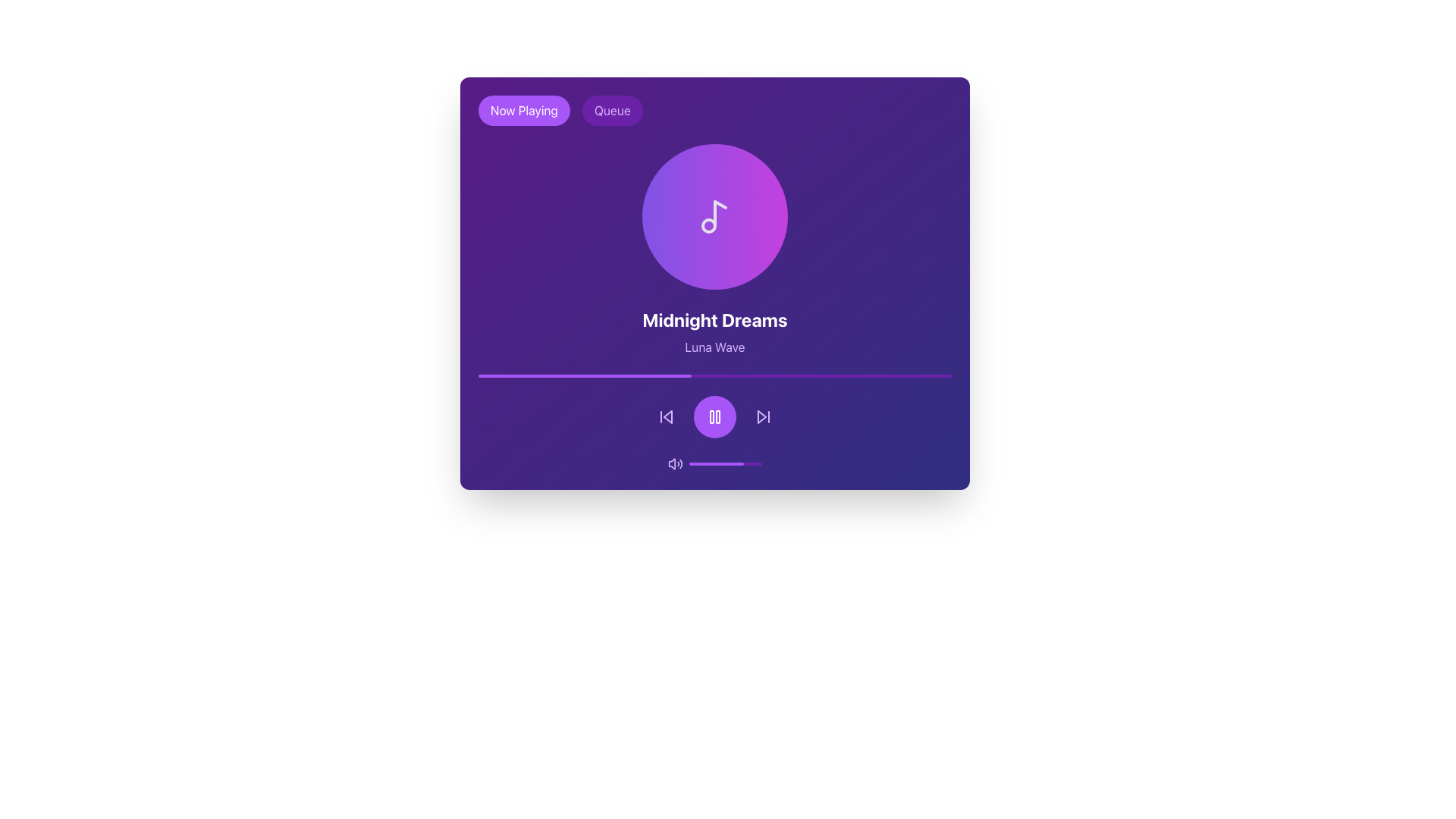 The image size is (1456, 819). I want to click on the volume control speaker icon located on the lower part of the interface, to the left of the horizontal purple progress bar, so click(675, 463).